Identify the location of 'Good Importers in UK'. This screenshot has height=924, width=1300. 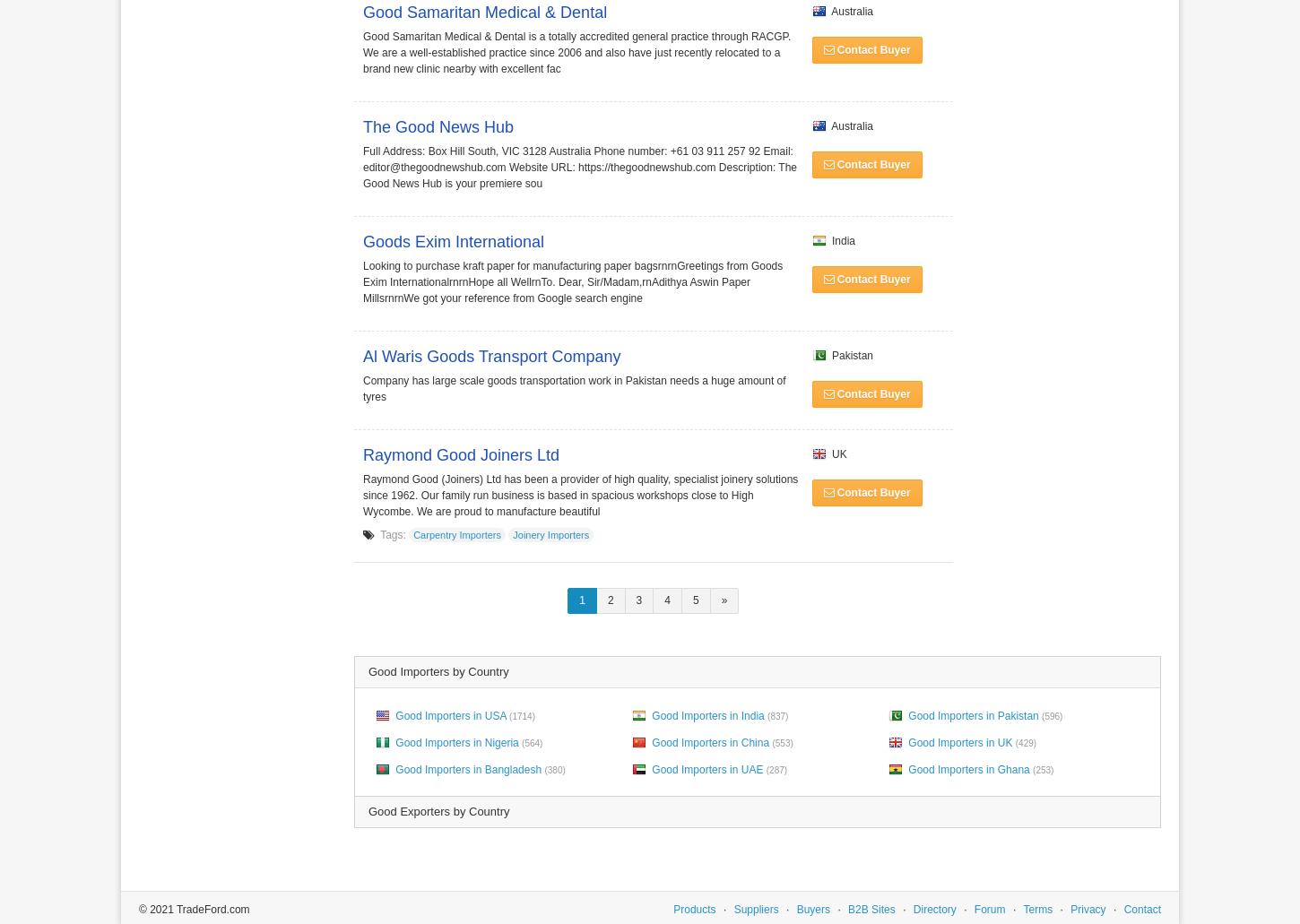
(959, 741).